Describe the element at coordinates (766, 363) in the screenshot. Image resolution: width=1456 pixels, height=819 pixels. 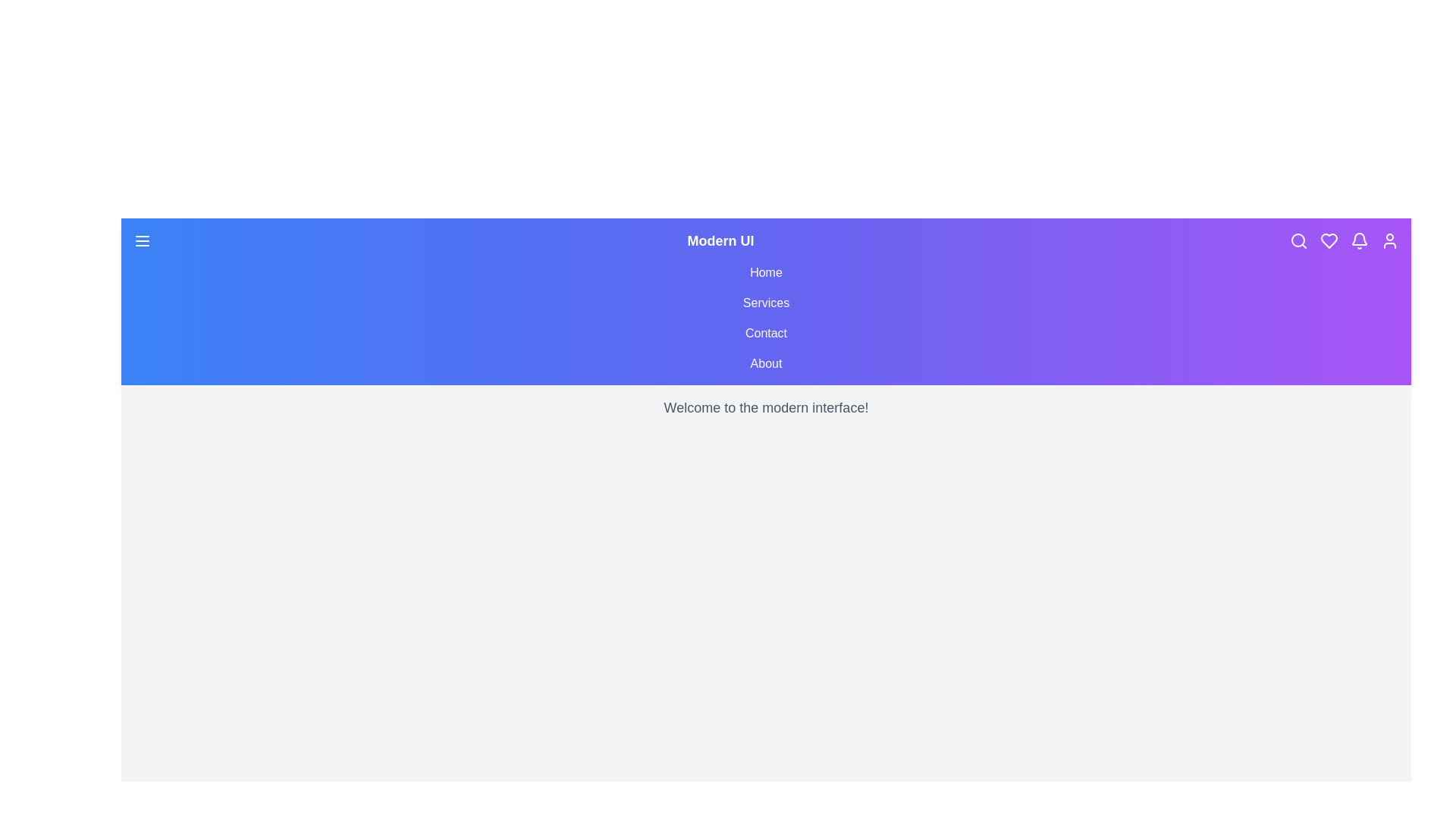
I see `the navigation menu item About` at that location.